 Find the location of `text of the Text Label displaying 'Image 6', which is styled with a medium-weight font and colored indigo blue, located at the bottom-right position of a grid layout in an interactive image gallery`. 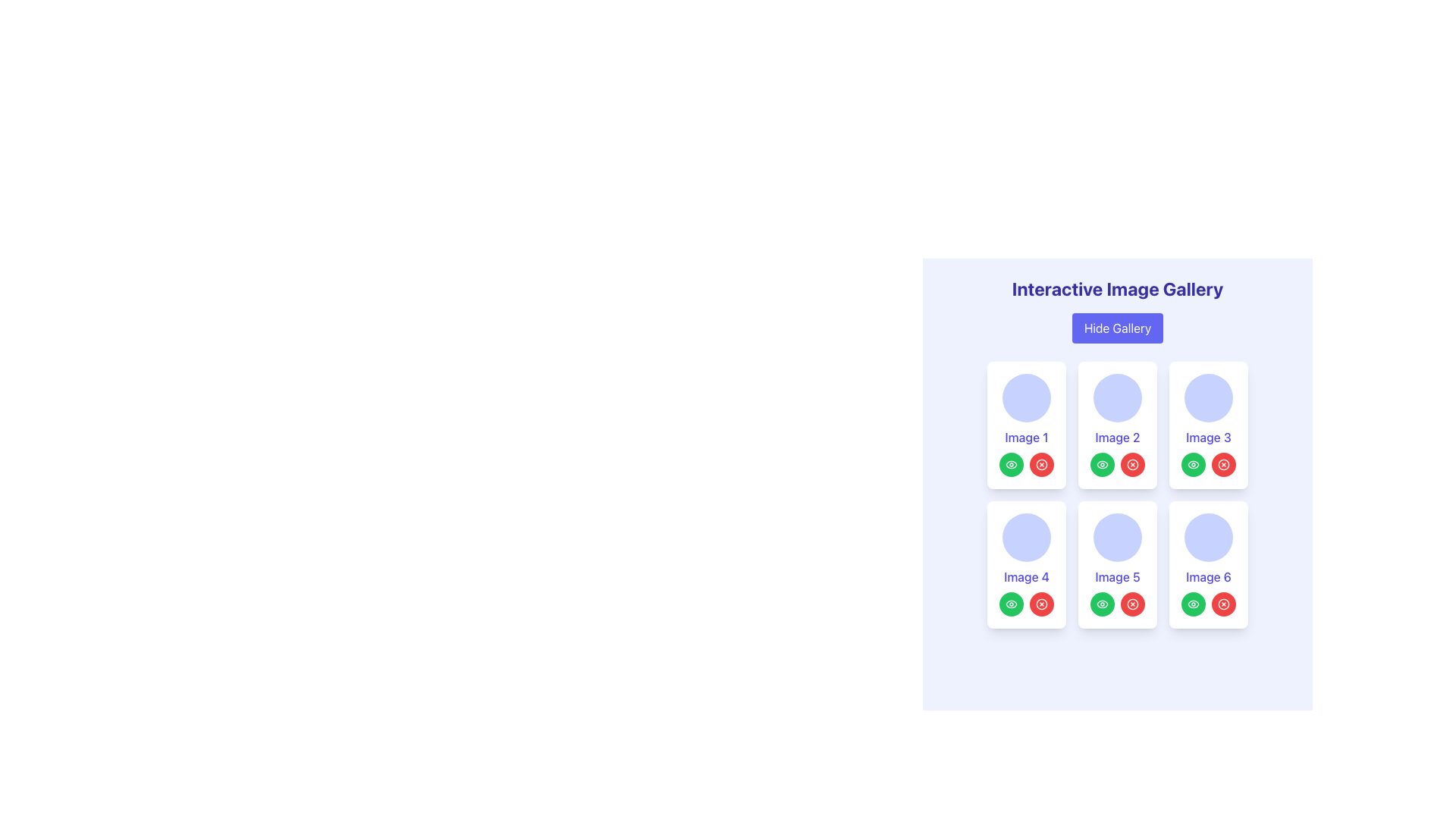

text of the Text Label displaying 'Image 6', which is styled with a medium-weight font and colored indigo blue, located at the bottom-right position of a grid layout in an interactive image gallery is located at coordinates (1207, 576).